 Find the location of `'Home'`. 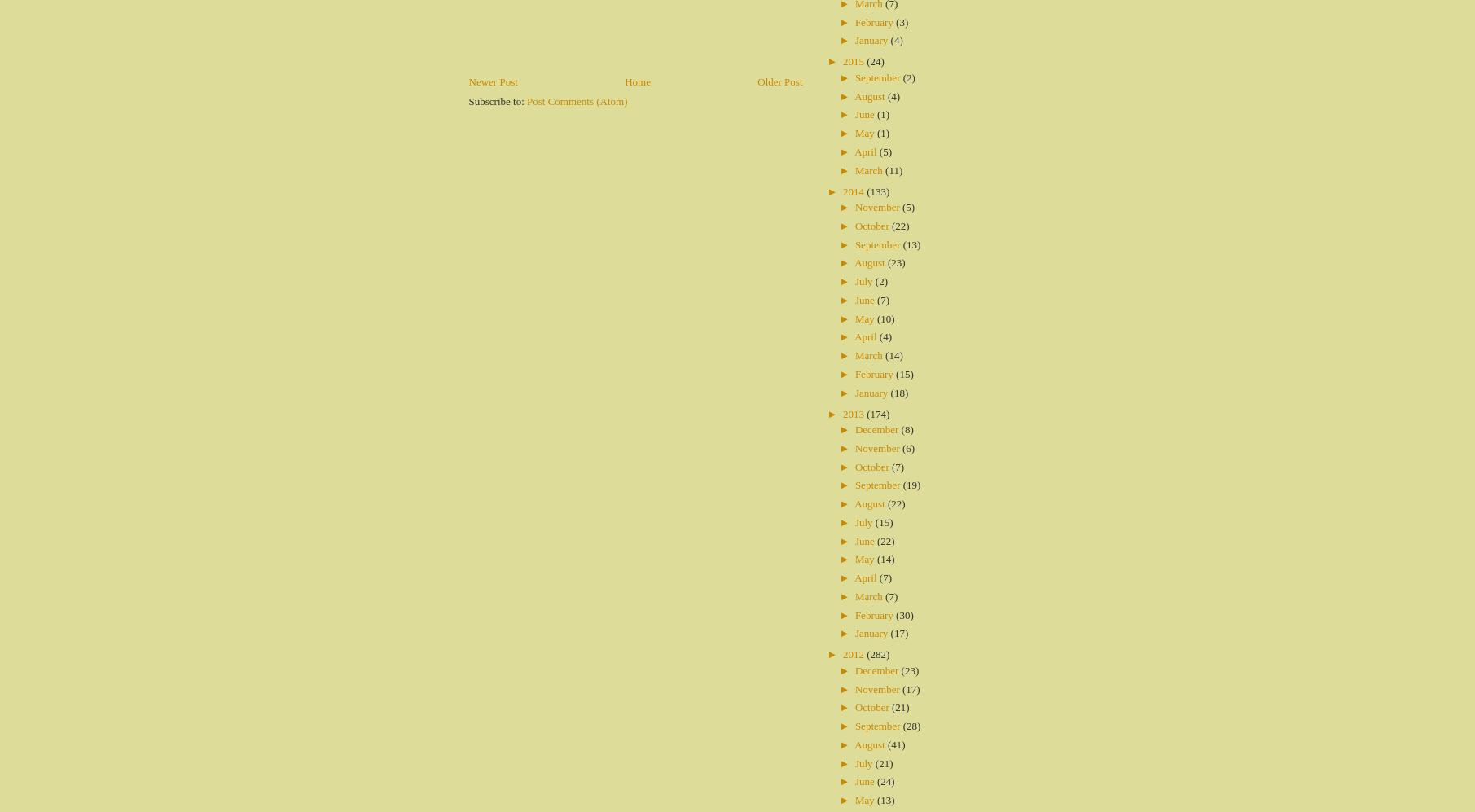

'Home' is located at coordinates (636, 81).